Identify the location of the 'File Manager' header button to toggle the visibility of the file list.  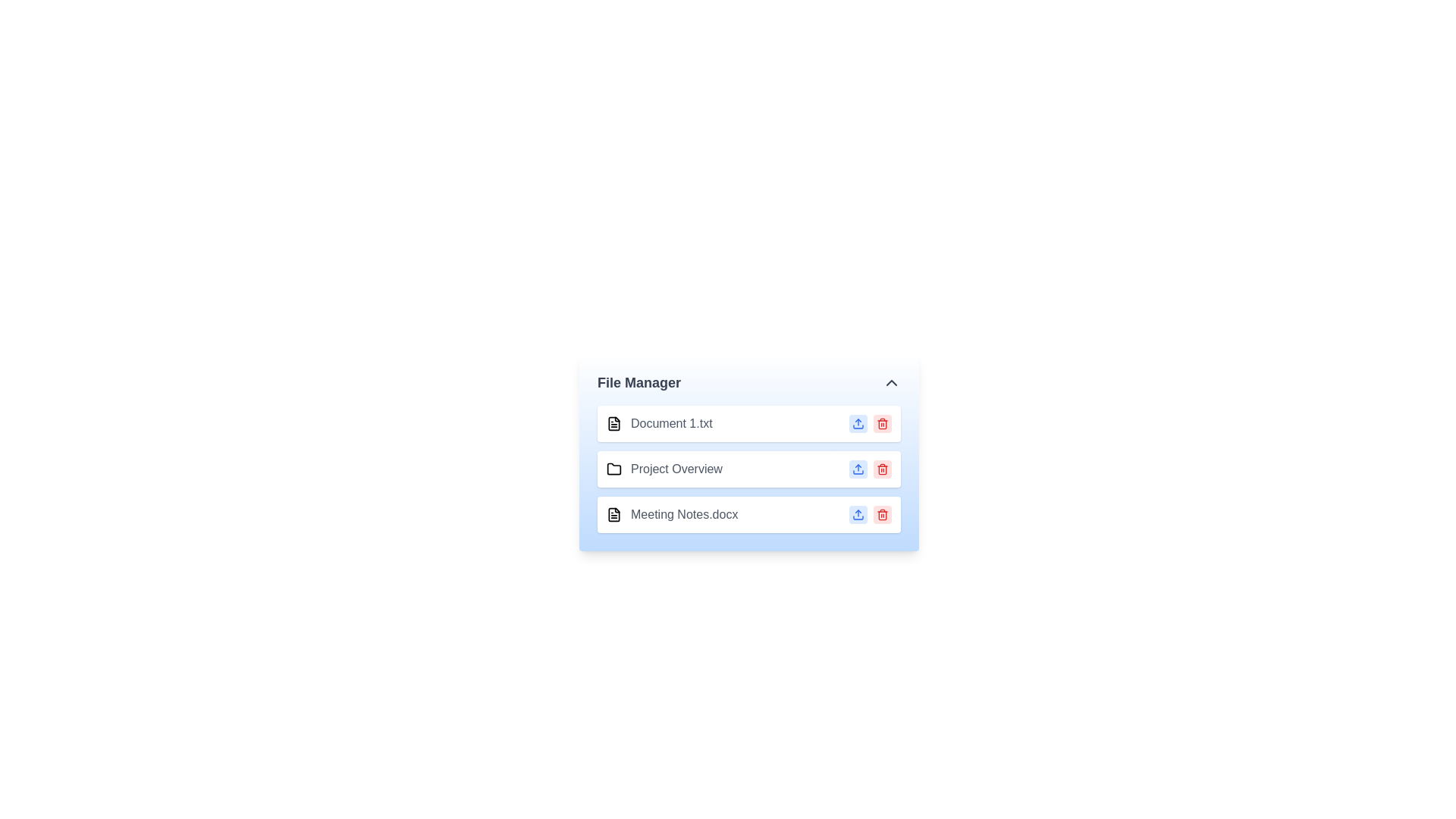
(749, 382).